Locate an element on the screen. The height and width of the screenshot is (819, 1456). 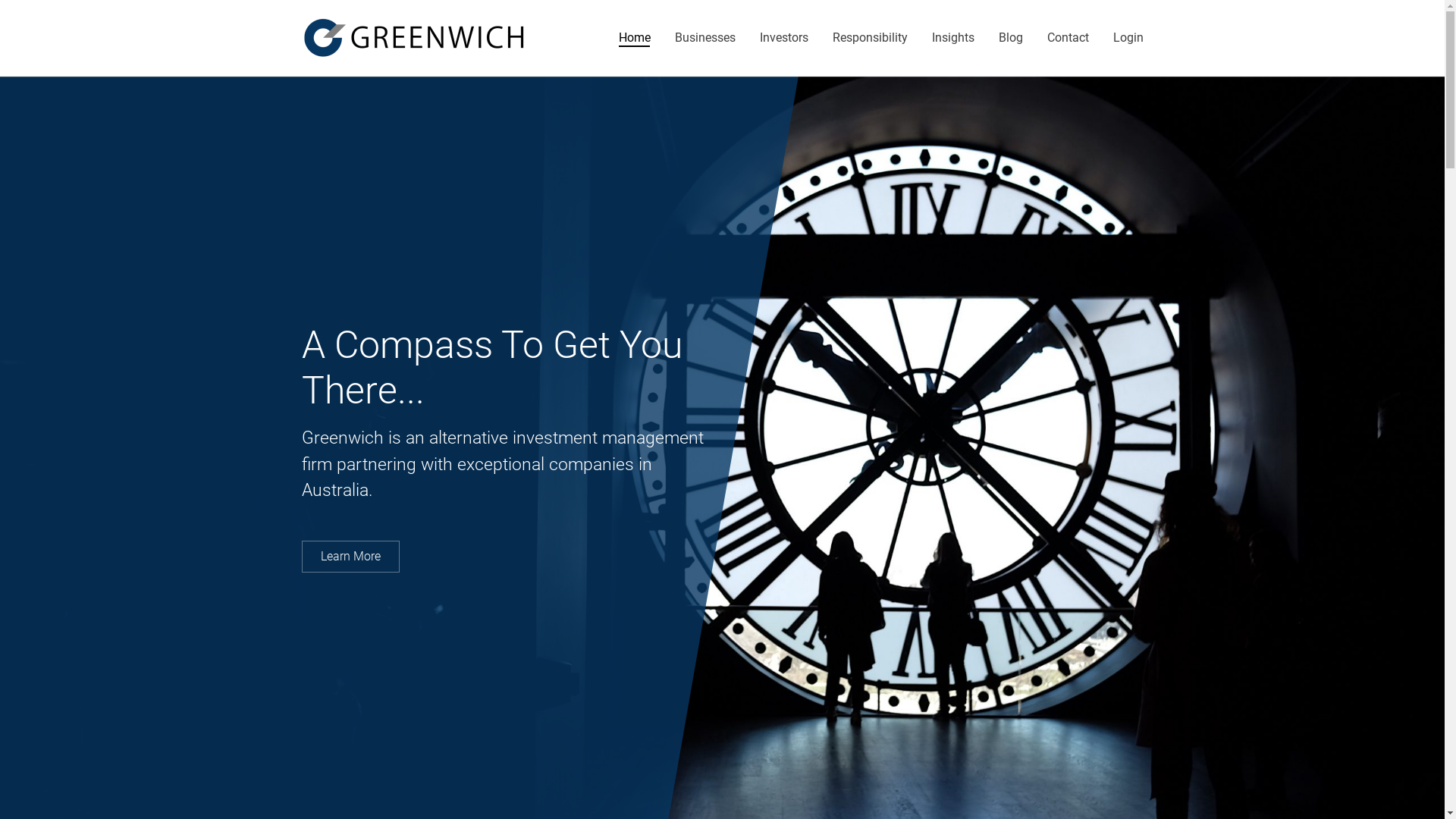
'Home' is located at coordinates (634, 37).